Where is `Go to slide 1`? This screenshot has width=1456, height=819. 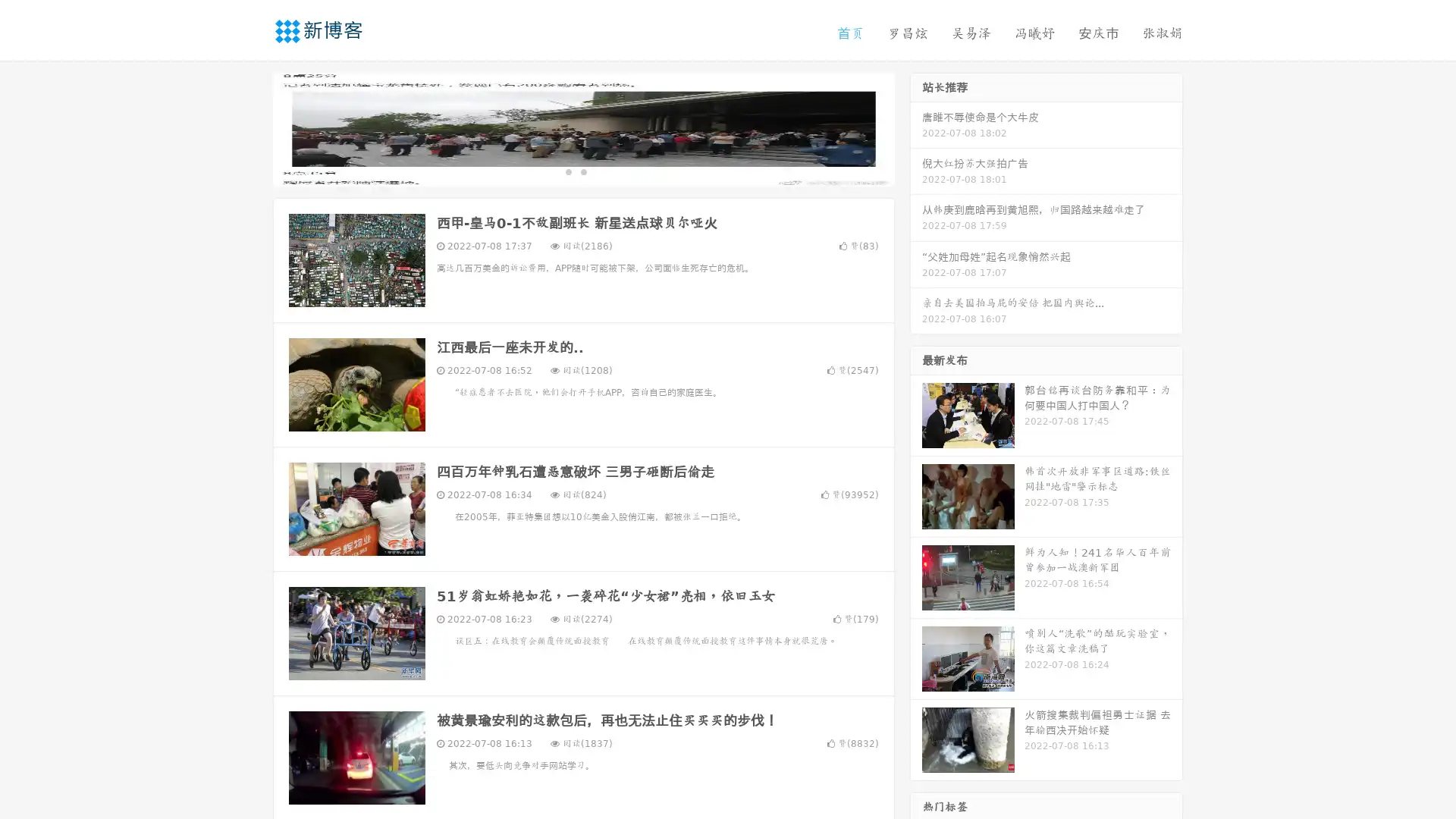
Go to slide 1 is located at coordinates (567, 171).